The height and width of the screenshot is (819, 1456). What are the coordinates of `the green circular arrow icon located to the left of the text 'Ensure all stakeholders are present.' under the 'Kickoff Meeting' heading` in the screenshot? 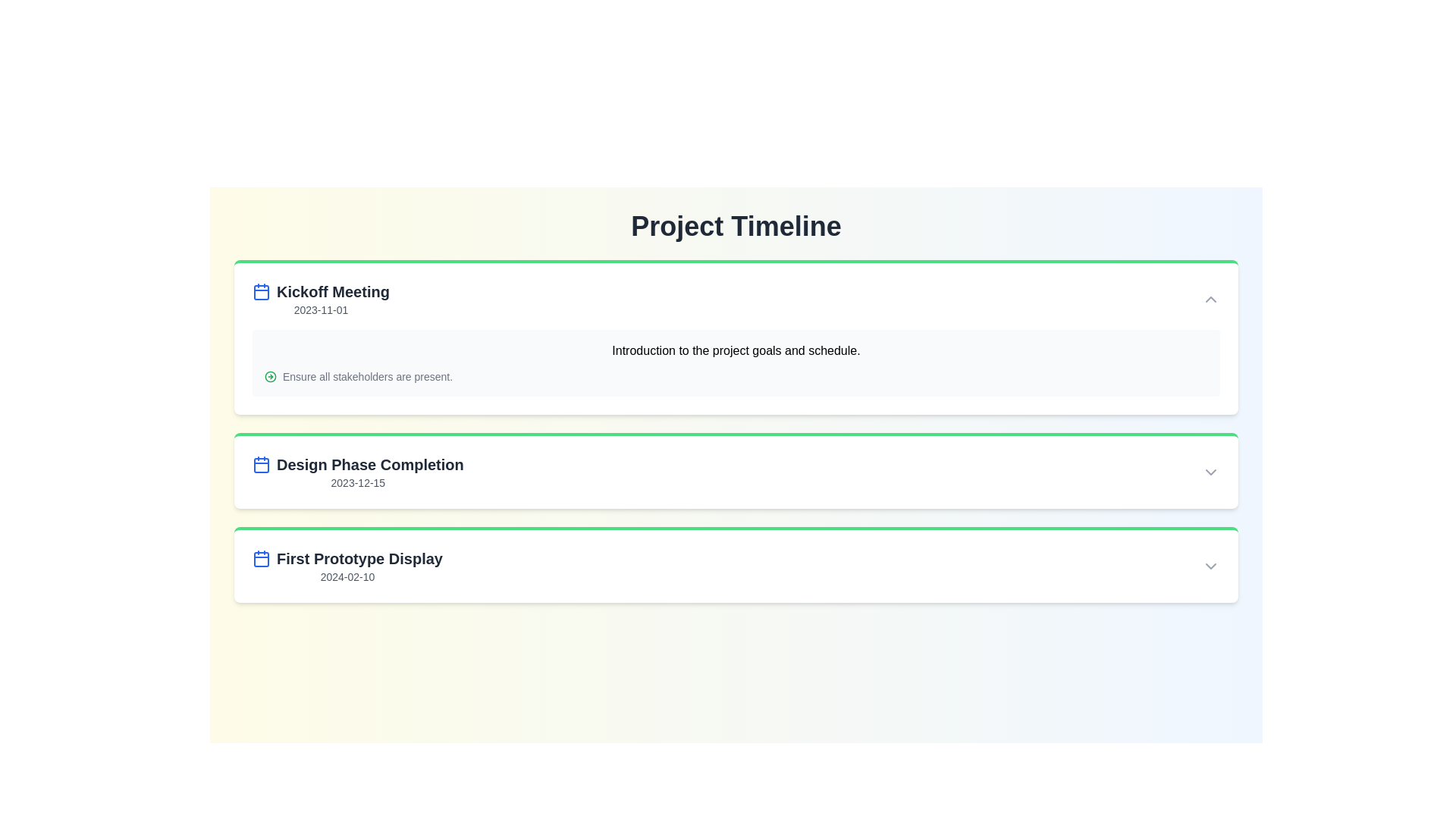 It's located at (270, 376).